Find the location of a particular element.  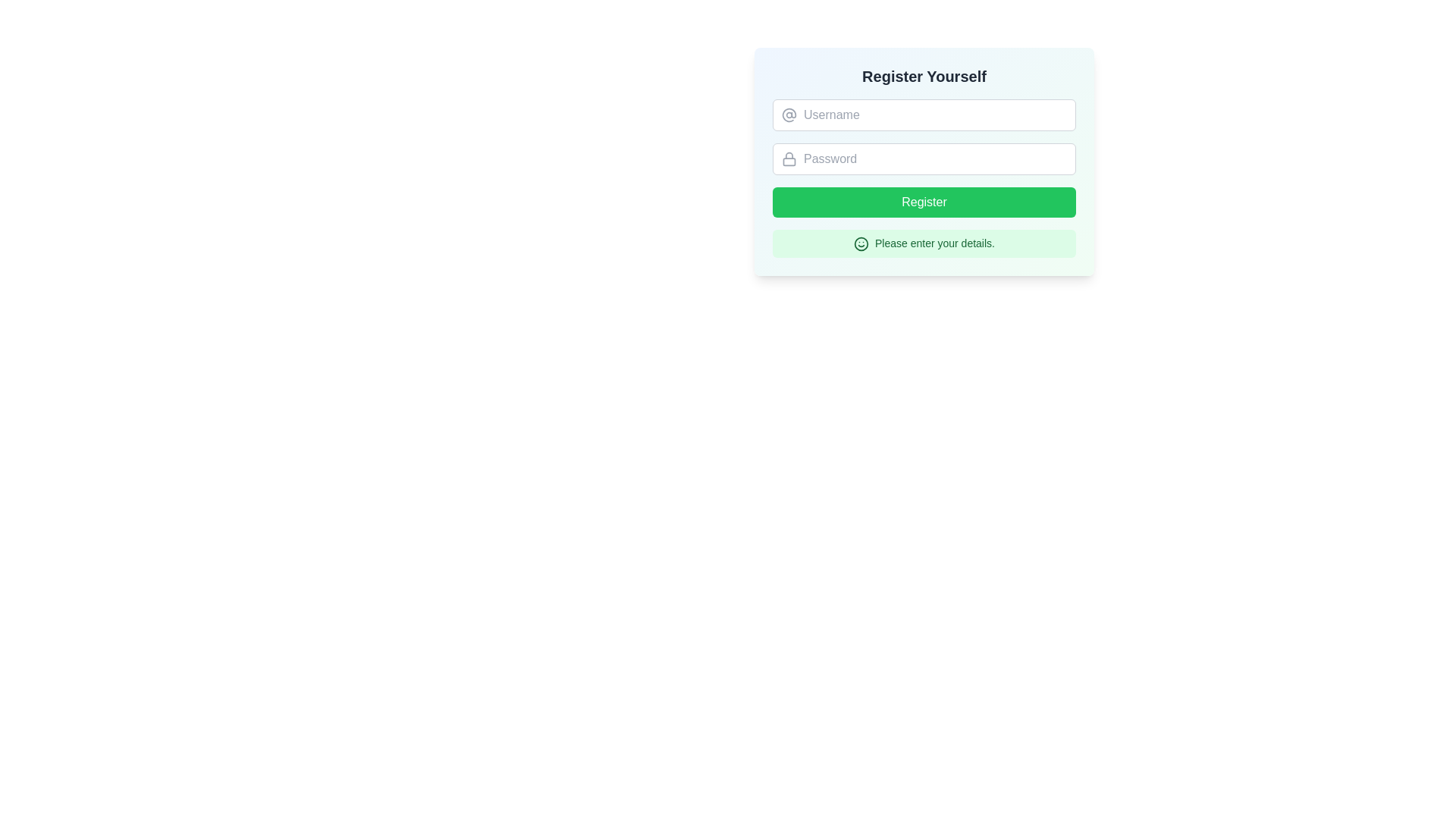

the static text label displaying 'Register Yourself' is located at coordinates (924, 76).